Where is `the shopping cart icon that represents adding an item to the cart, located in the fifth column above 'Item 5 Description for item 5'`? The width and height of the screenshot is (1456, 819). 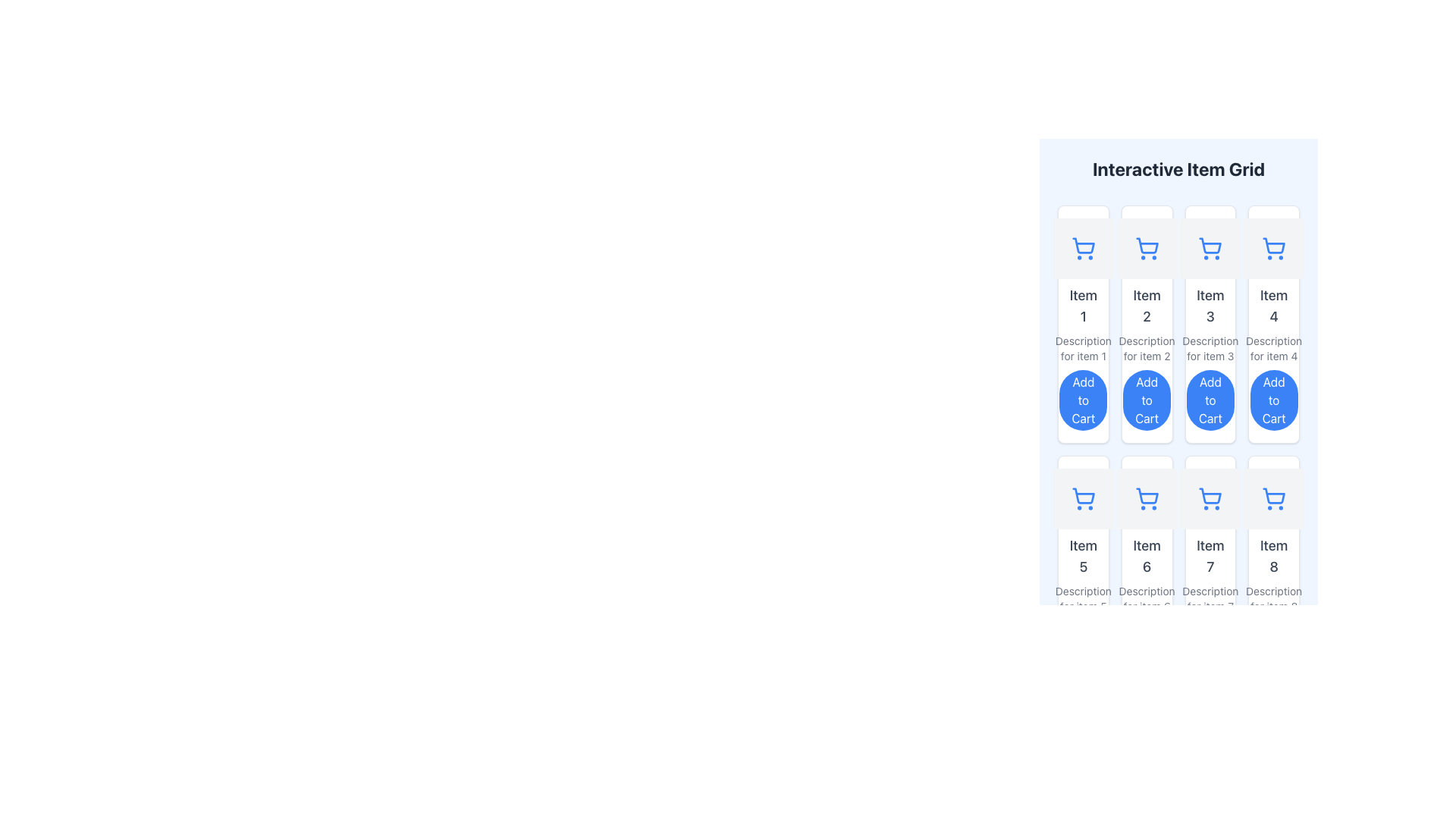
the shopping cart icon that represents adding an item to the cart, located in the fifth column above 'Item 5 Description for item 5' is located at coordinates (1083, 496).